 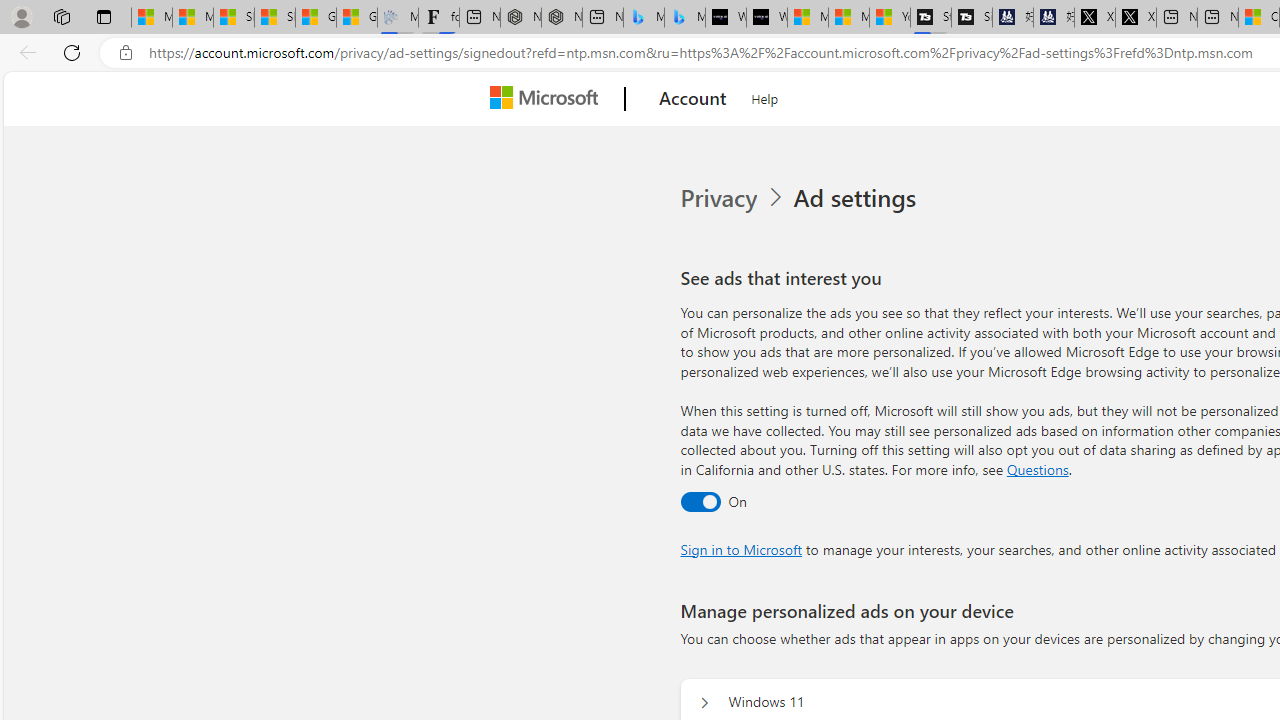 I want to click on 'Gilma and Hector both pose tropical trouble for Hawaii', so click(x=357, y=17).